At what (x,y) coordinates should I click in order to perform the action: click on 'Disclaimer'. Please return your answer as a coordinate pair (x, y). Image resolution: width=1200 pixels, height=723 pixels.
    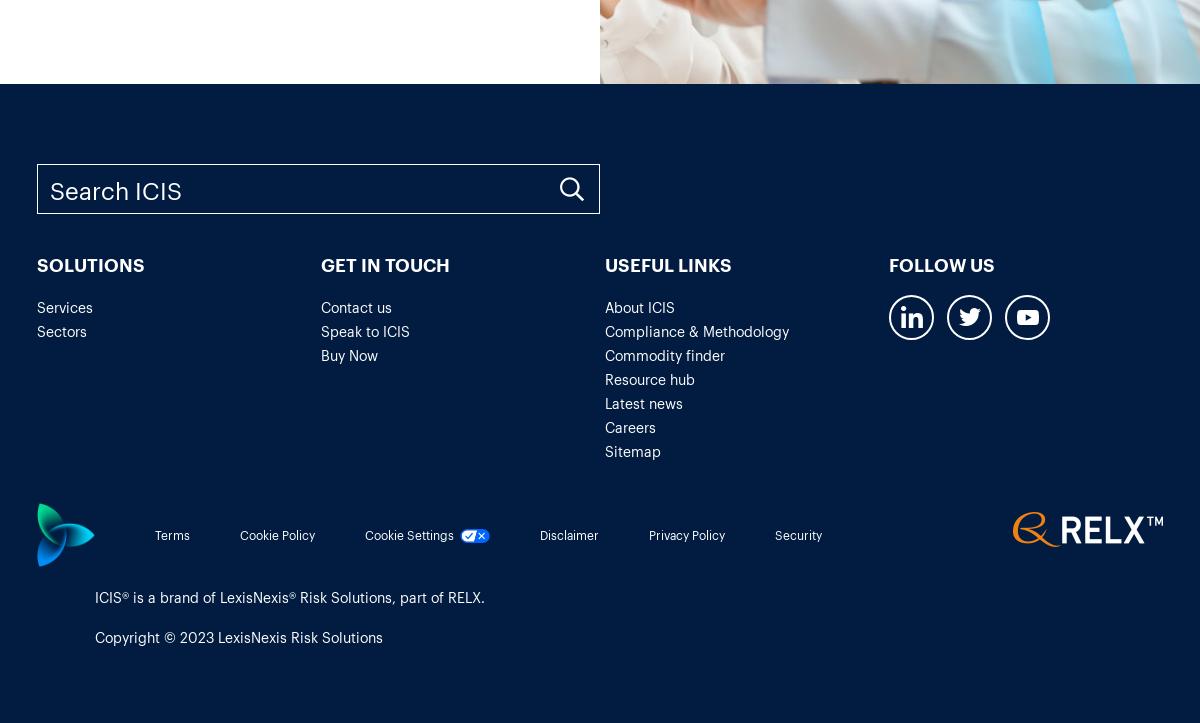
    Looking at the image, I should click on (568, 533).